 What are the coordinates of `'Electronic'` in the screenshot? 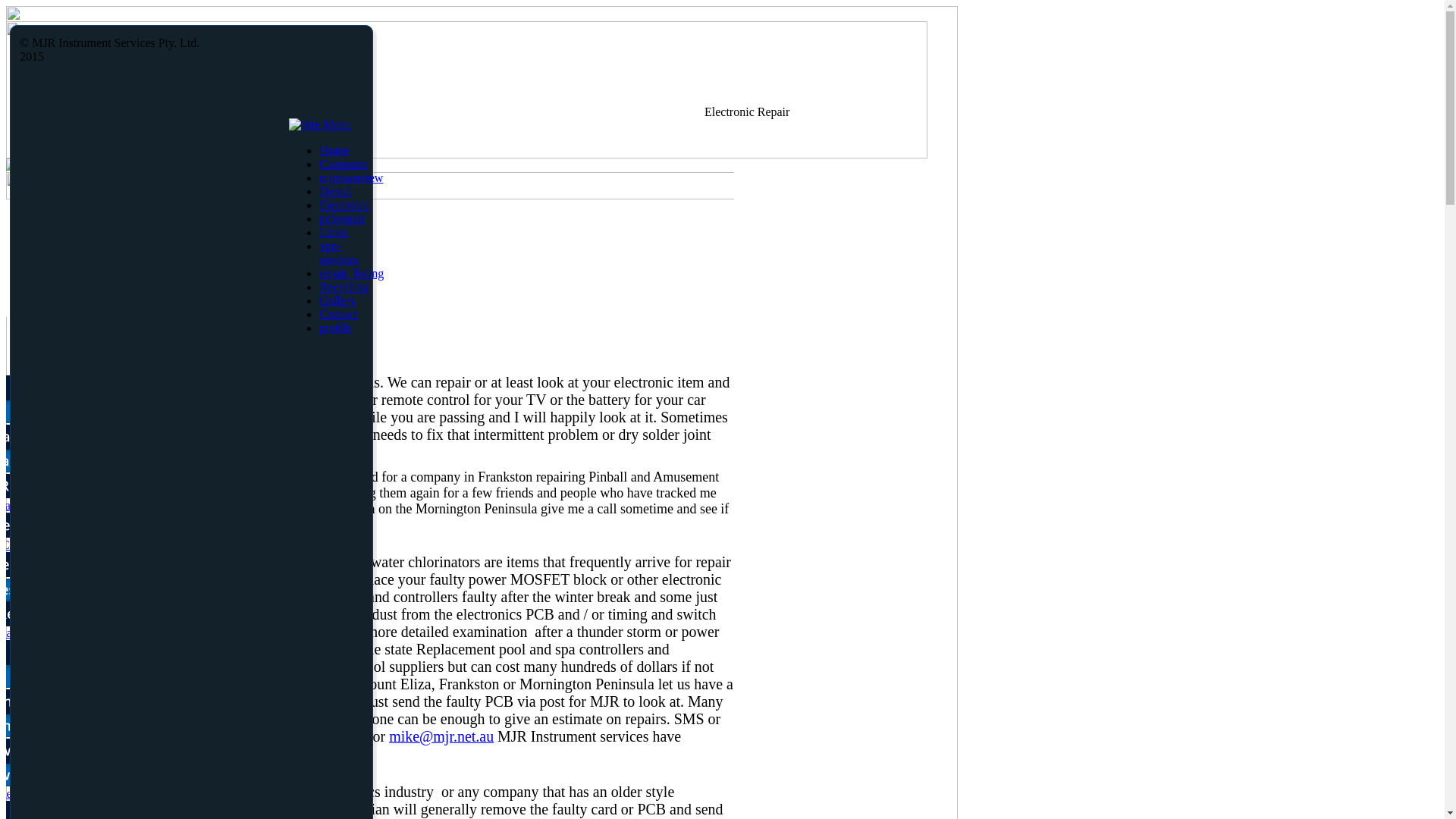 It's located at (344, 205).